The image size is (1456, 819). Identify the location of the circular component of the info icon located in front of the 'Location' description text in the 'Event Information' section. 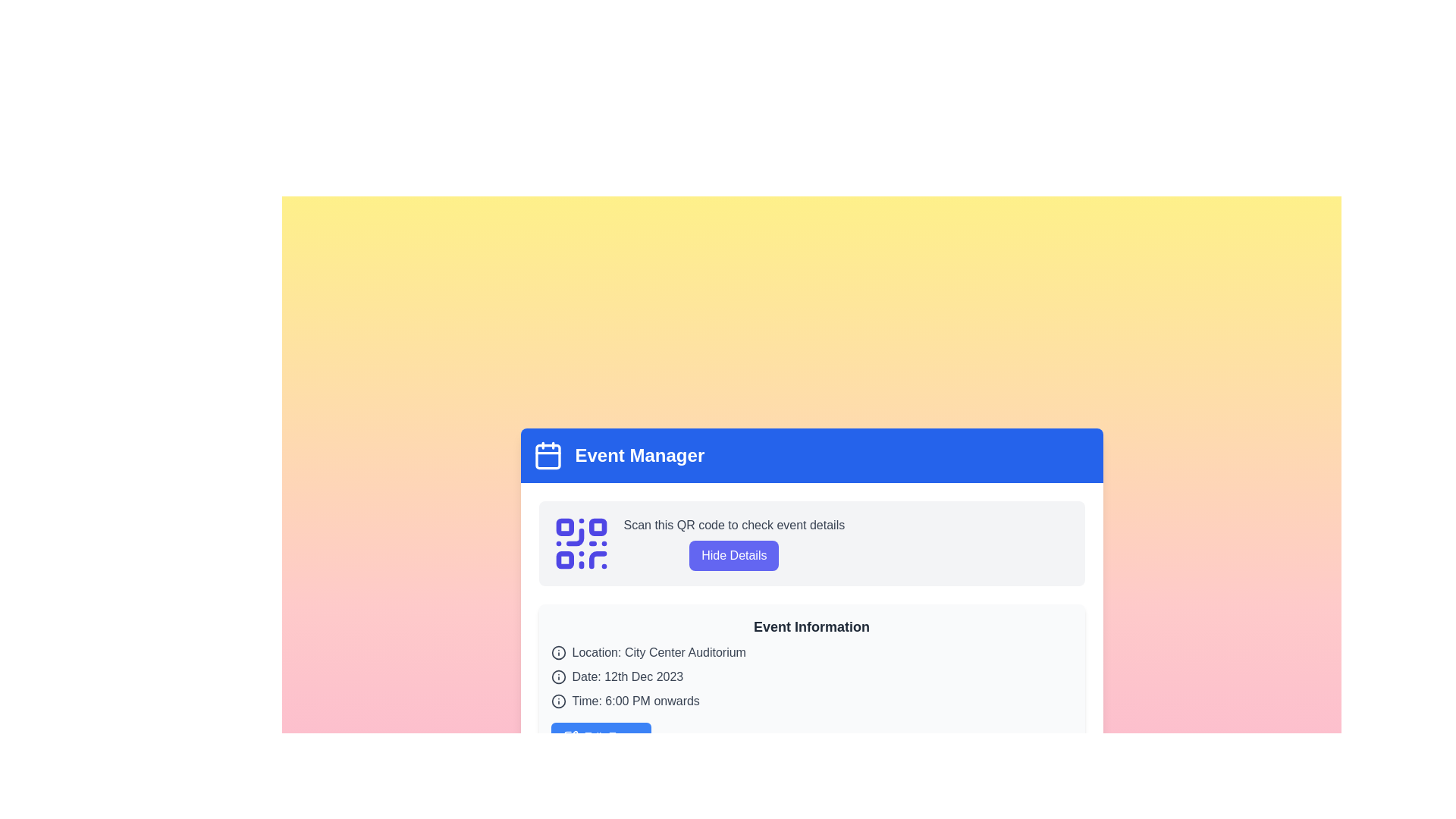
(557, 701).